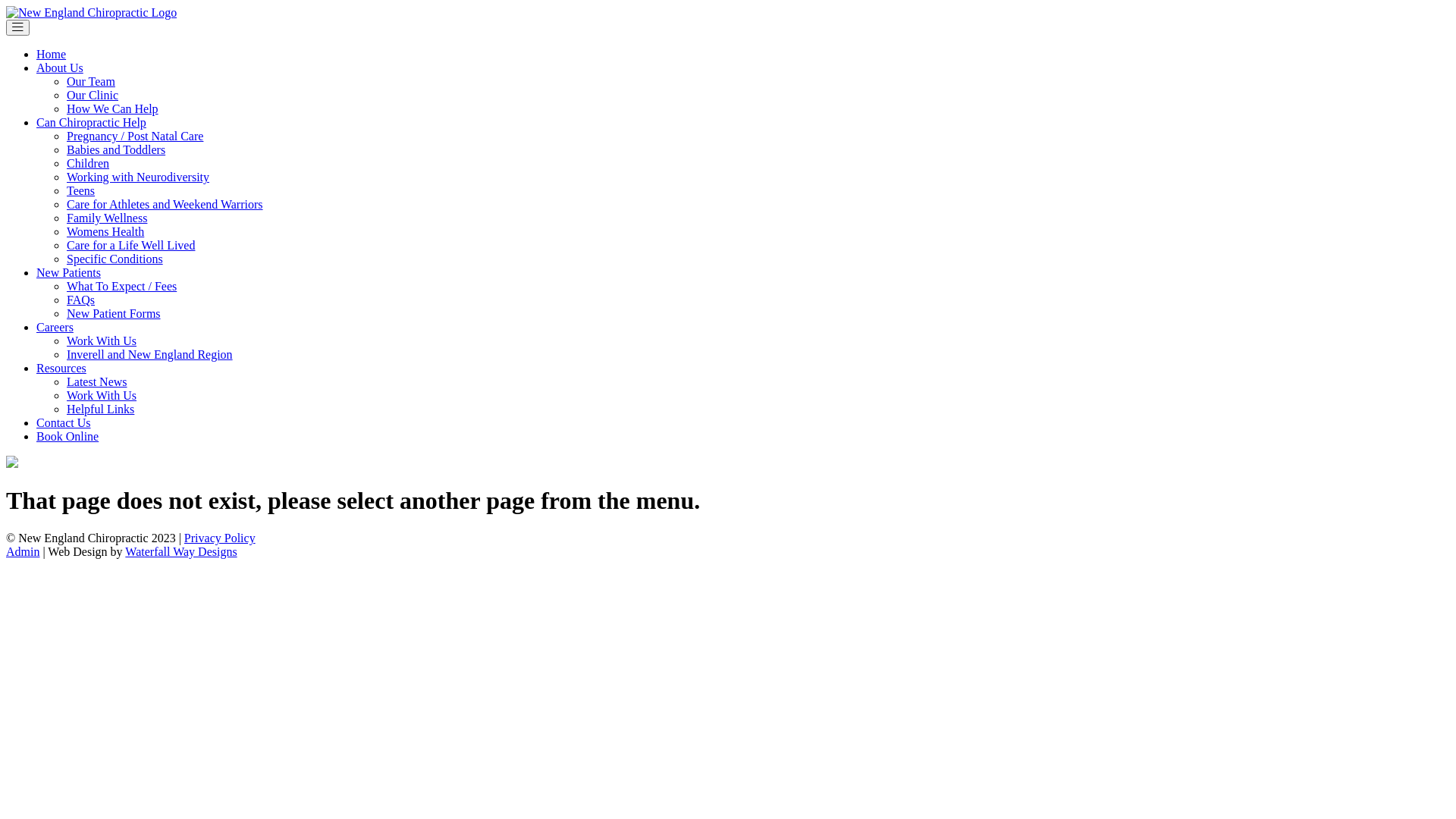 The width and height of the screenshot is (1456, 819). What do you see at coordinates (65, 258) in the screenshot?
I see `'Specific Conditions'` at bounding box center [65, 258].